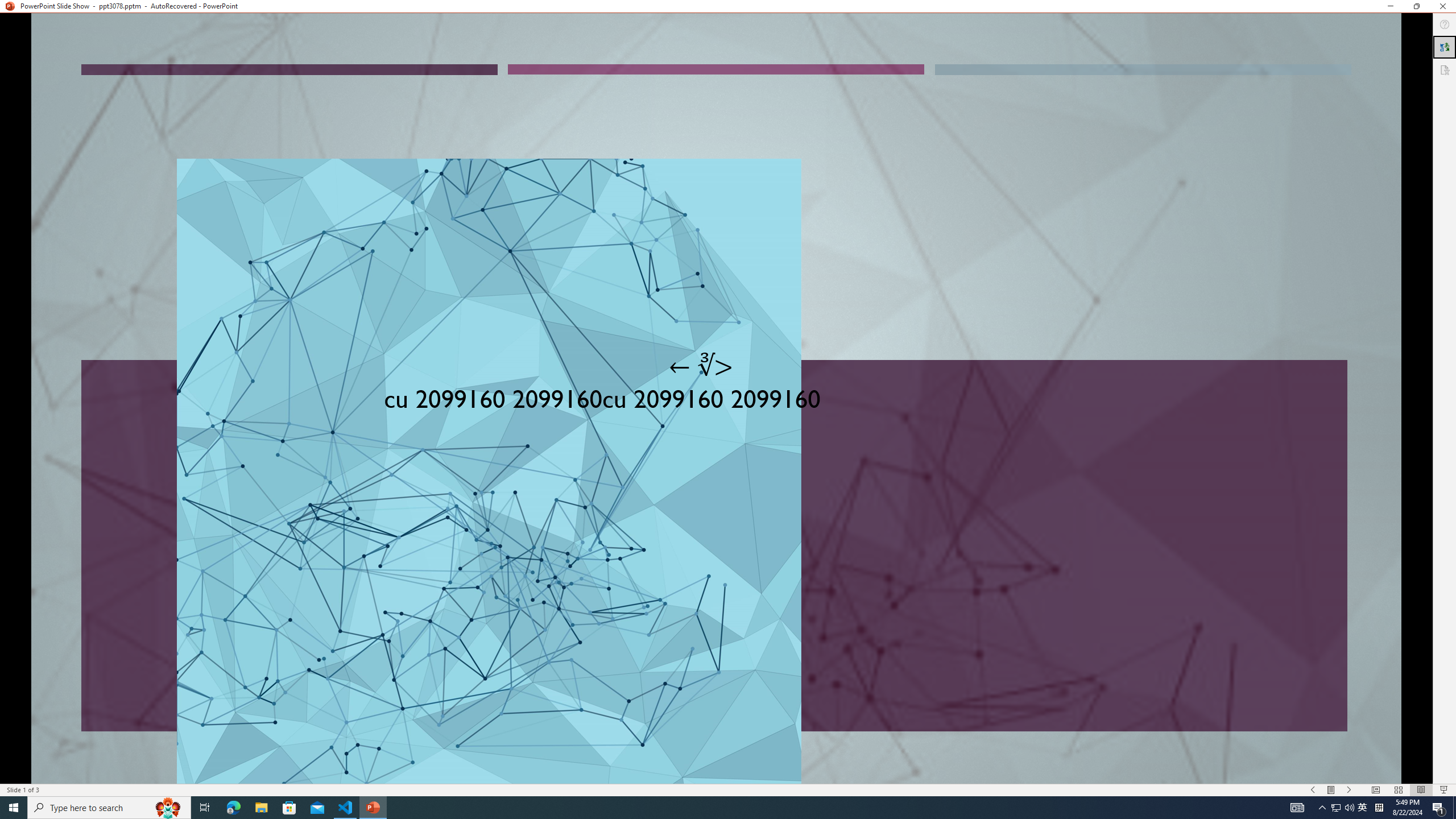 The image size is (1456, 819). I want to click on 'Accessibility', so click(1444, 69).